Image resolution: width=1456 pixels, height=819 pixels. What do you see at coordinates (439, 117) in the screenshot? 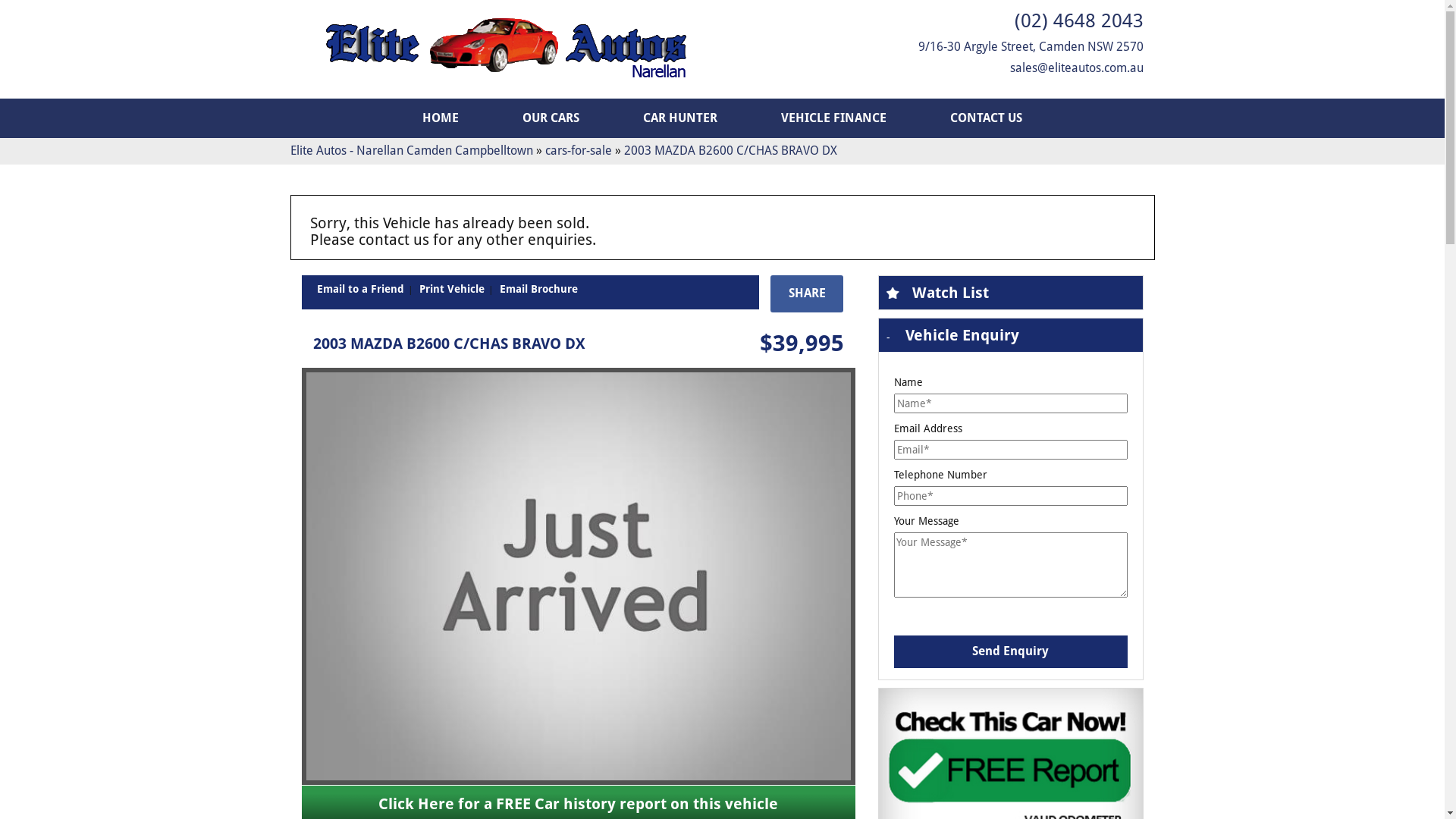
I see `'HOME'` at bounding box center [439, 117].